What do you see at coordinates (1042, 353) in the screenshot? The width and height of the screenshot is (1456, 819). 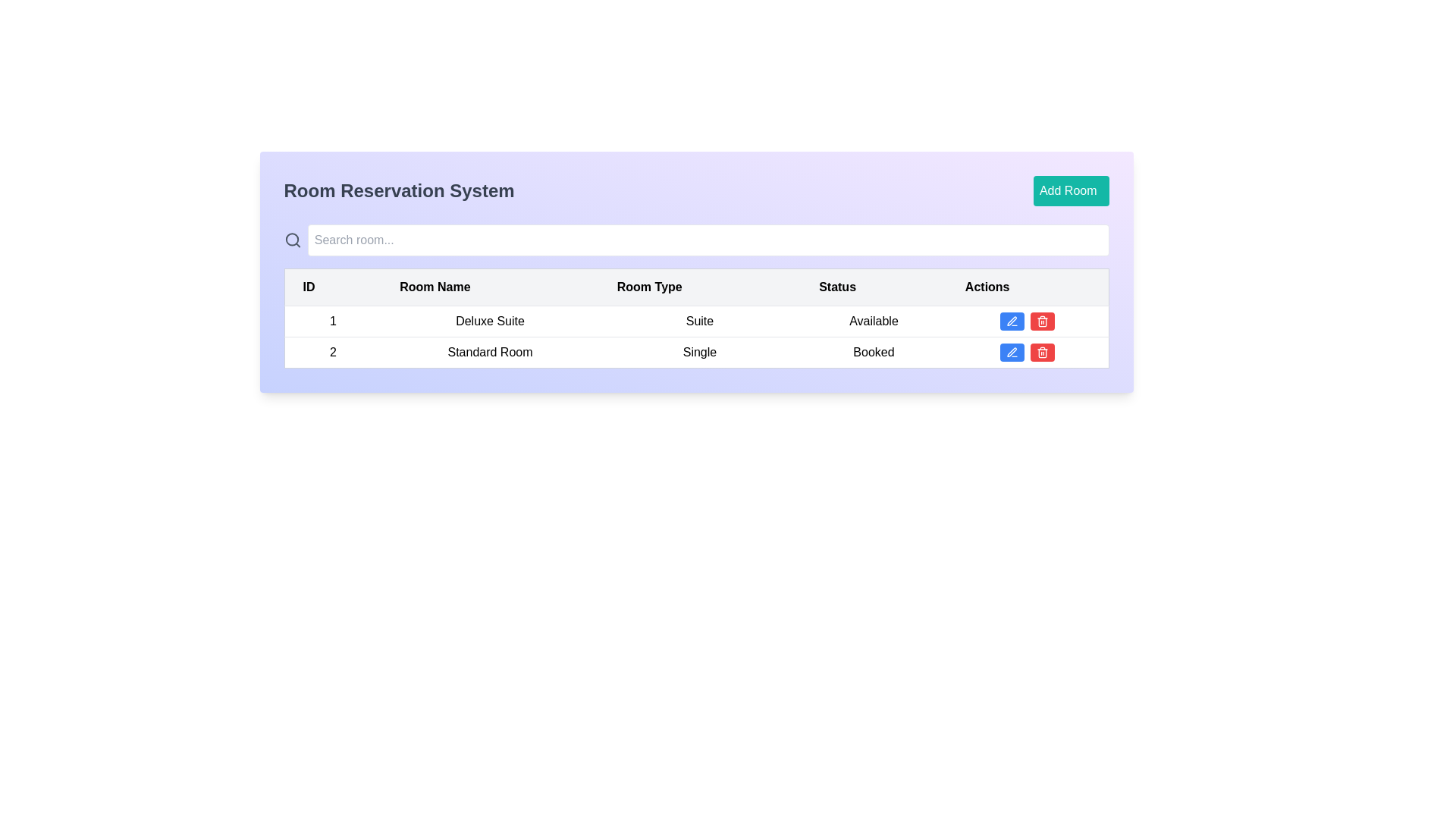 I see `the trash bin icon located in the 'Actions' column of the second row` at bounding box center [1042, 353].